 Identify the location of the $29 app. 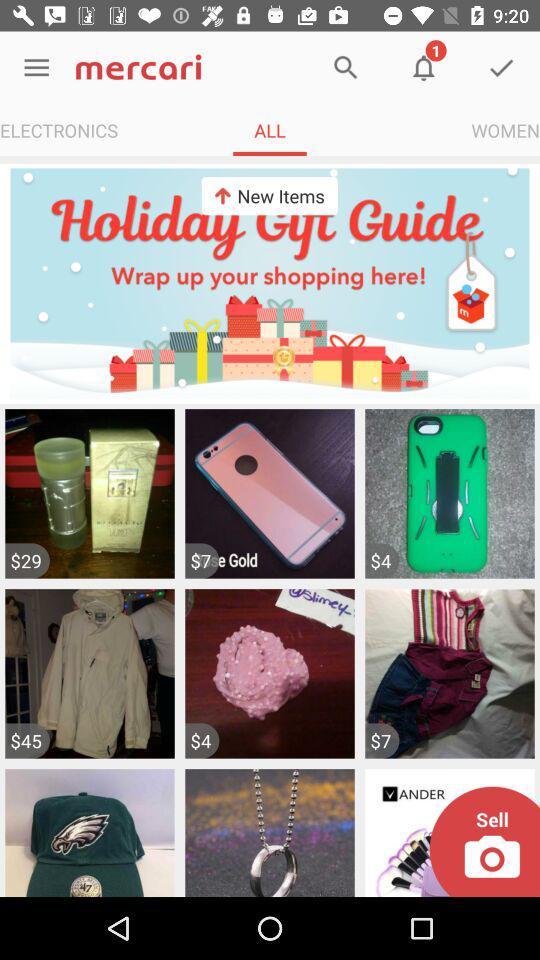
(26, 561).